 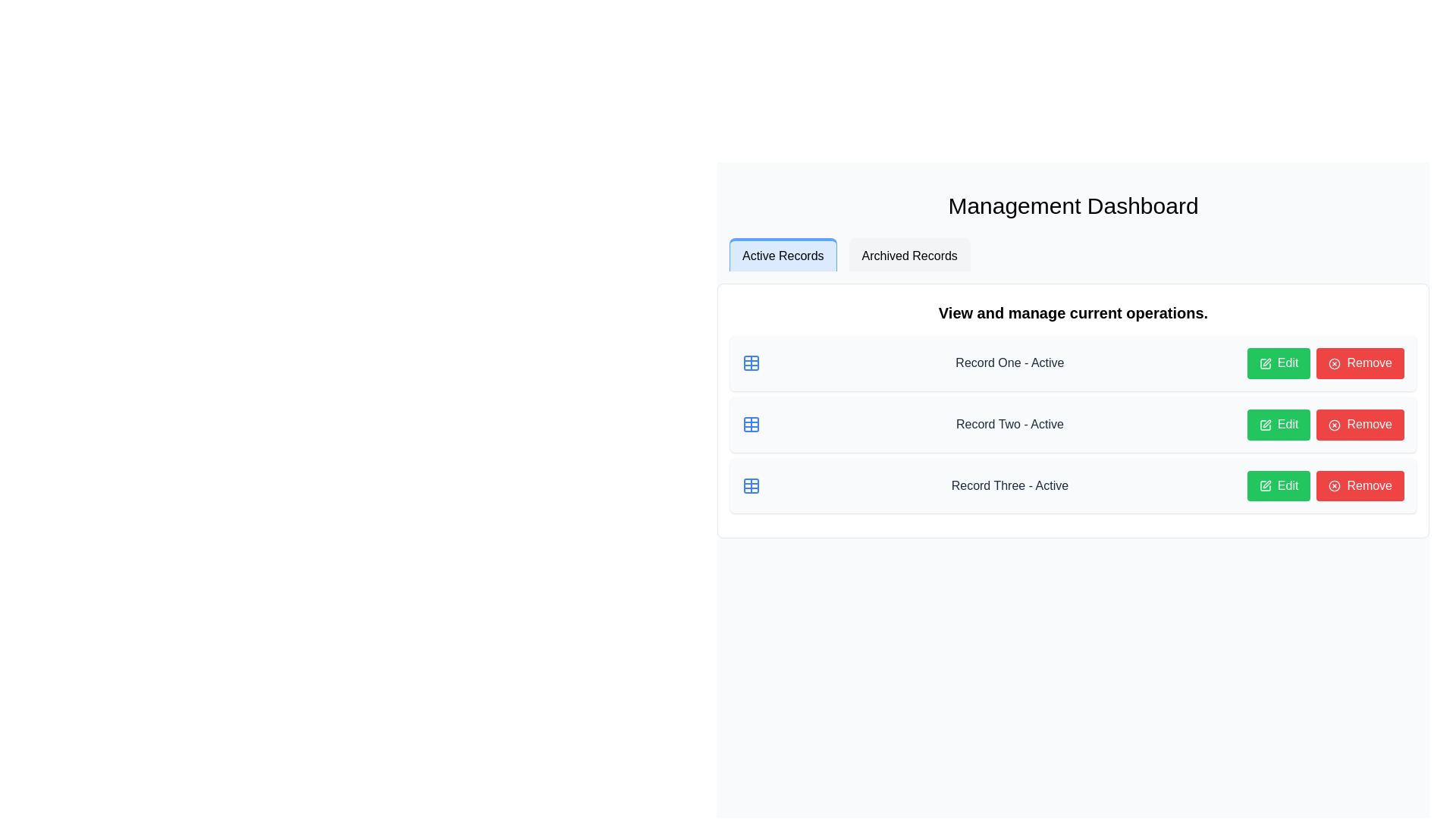 What do you see at coordinates (1009, 485) in the screenshot?
I see `the descriptive label 'Record Three - Active', which is styled with medium-weight font and positioned in the third row of the 'Active Records' section, centered in the row` at bounding box center [1009, 485].